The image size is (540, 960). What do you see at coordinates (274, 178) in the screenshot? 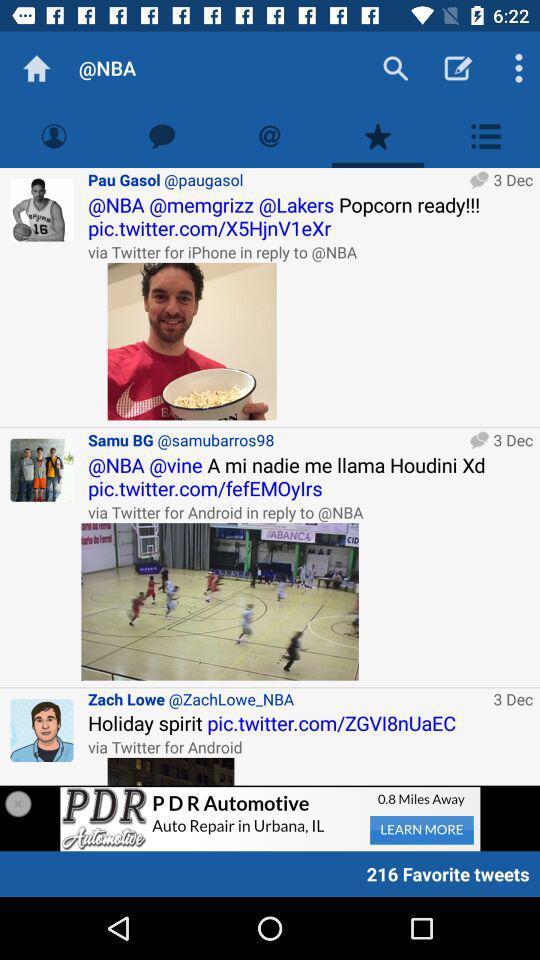
I see `pau gasol @paugasol item` at bounding box center [274, 178].